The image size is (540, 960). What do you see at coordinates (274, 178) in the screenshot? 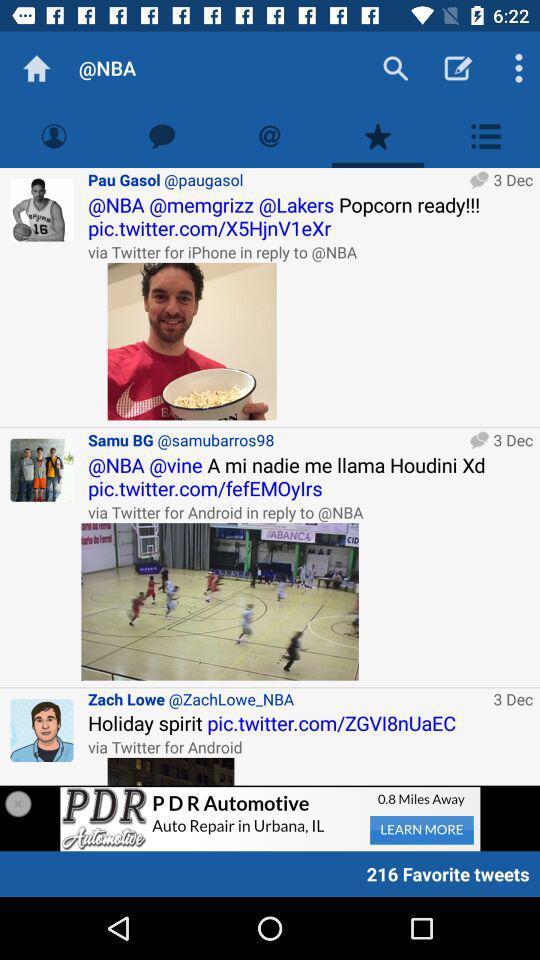
I see `pau gasol @paugasol item` at bounding box center [274, 178].